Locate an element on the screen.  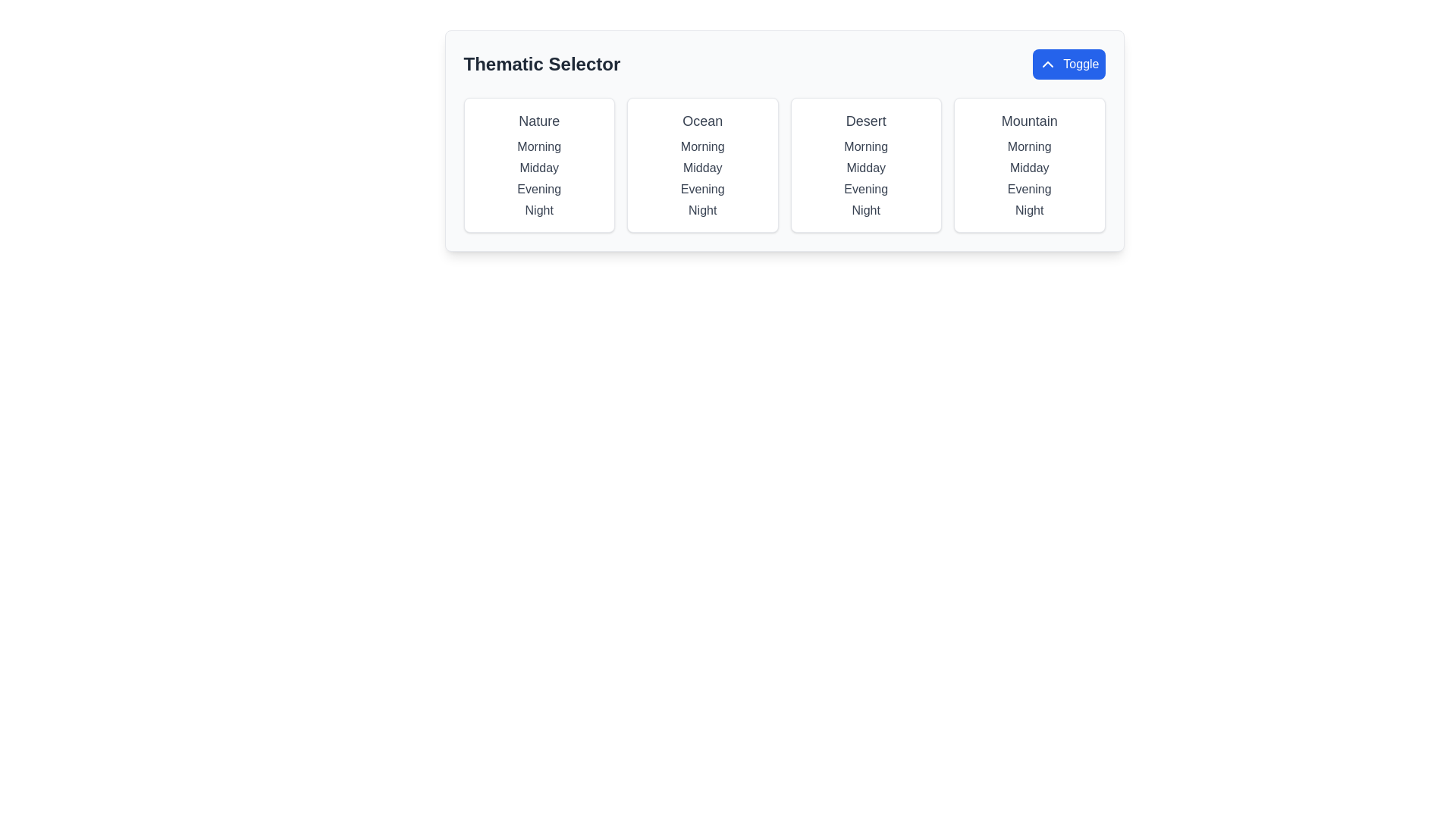
the 'Evening' text label, which is the third entry in the vertical list under the heading 'Nature.' is located at coordinates (539, 189).